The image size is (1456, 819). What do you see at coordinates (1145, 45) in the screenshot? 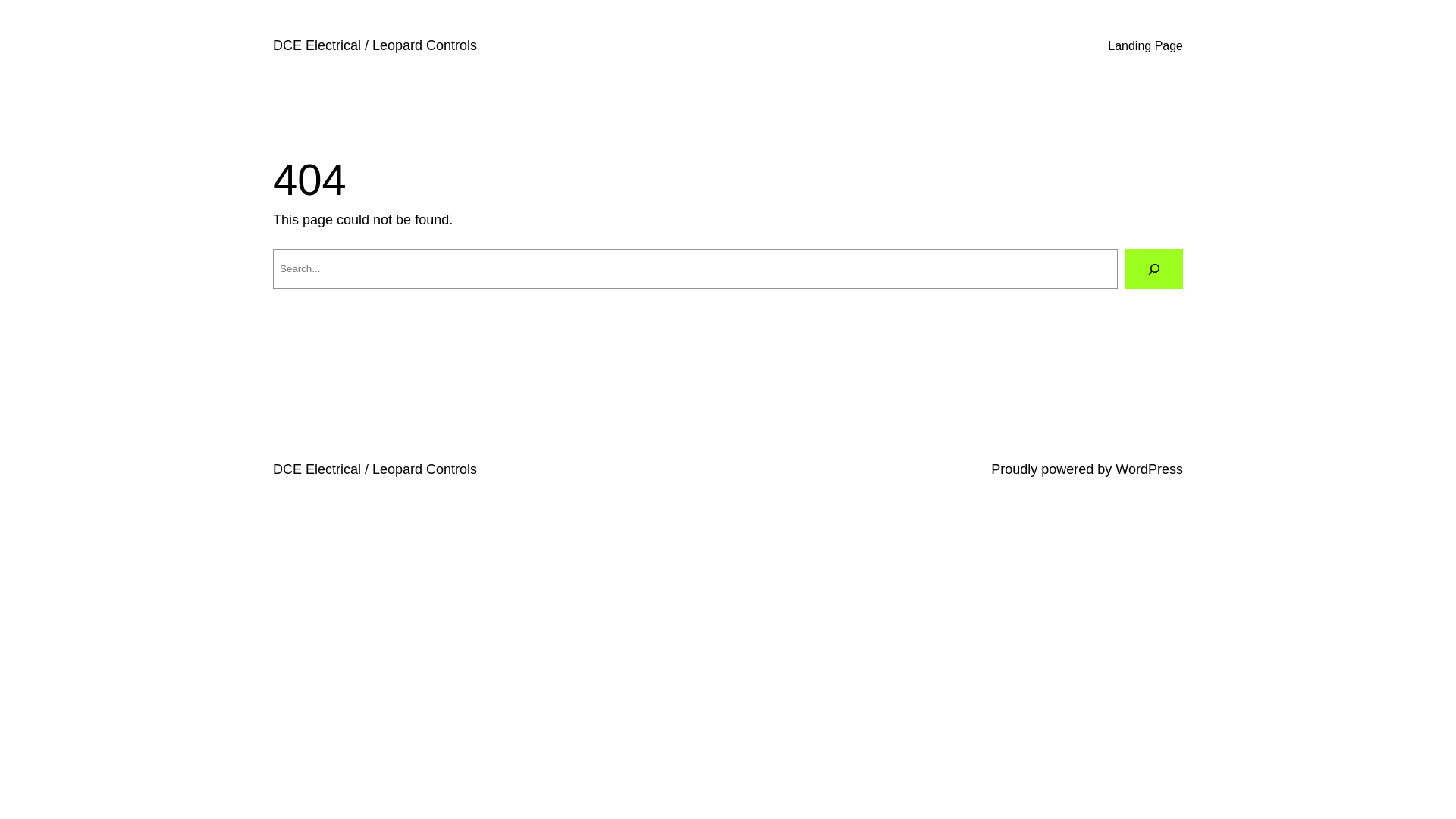
I see `'Landing Page'` at bounding box center [1145, 45].